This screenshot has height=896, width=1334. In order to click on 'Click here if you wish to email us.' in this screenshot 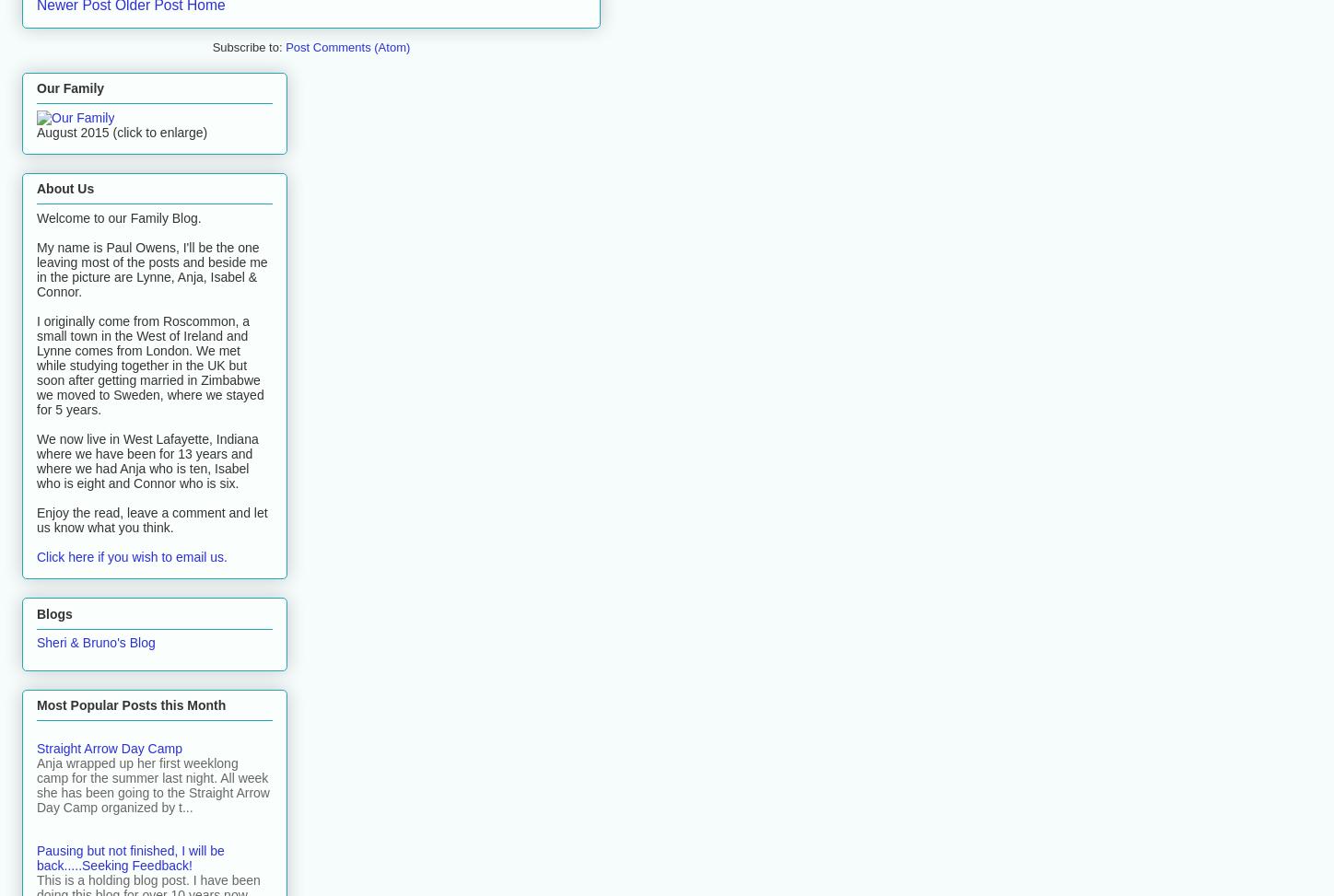, I will do `click(131, 557)`.